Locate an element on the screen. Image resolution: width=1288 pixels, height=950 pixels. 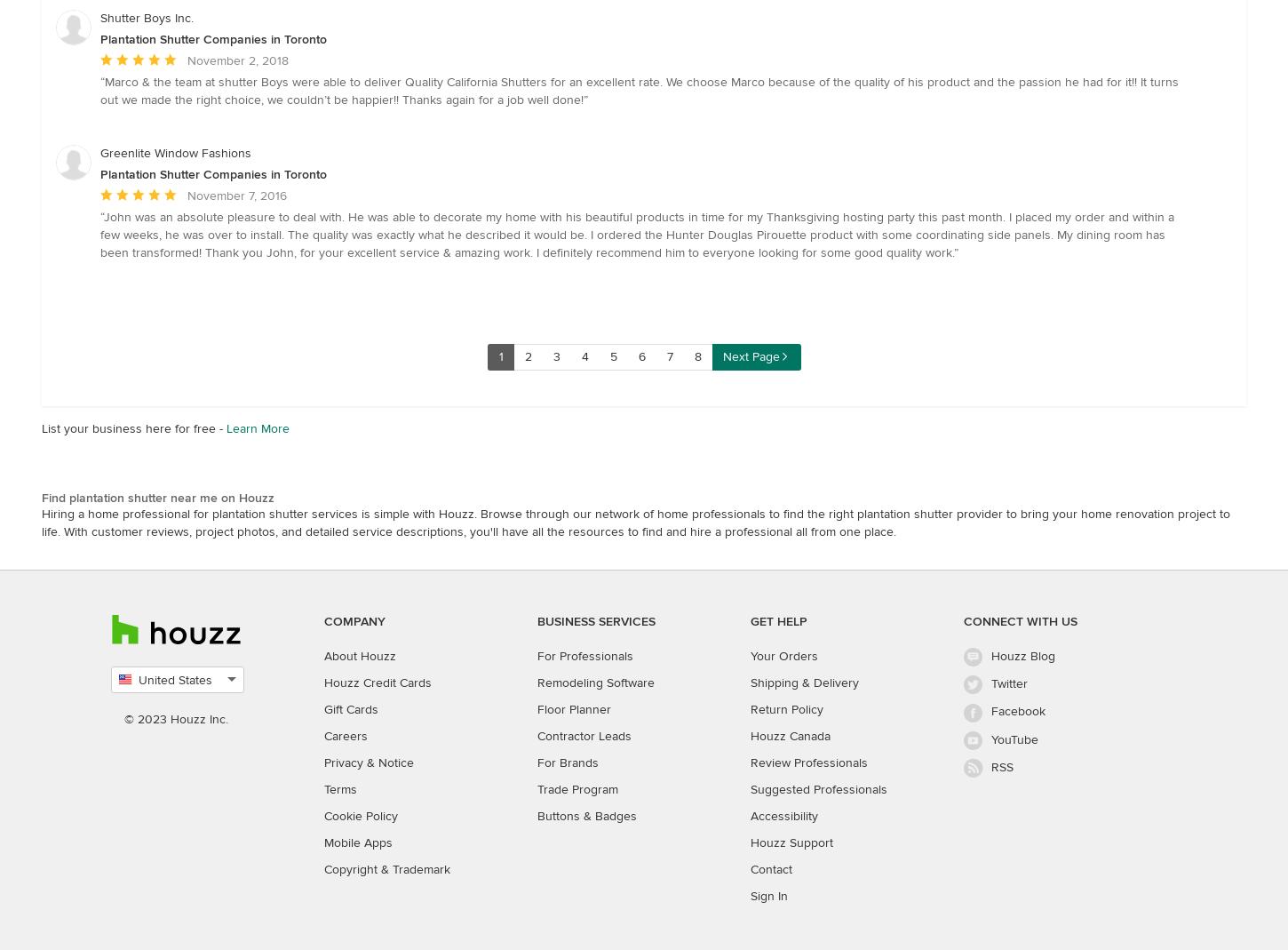
'Greenlite Window Fashions' is located at coordinates (99, 152).